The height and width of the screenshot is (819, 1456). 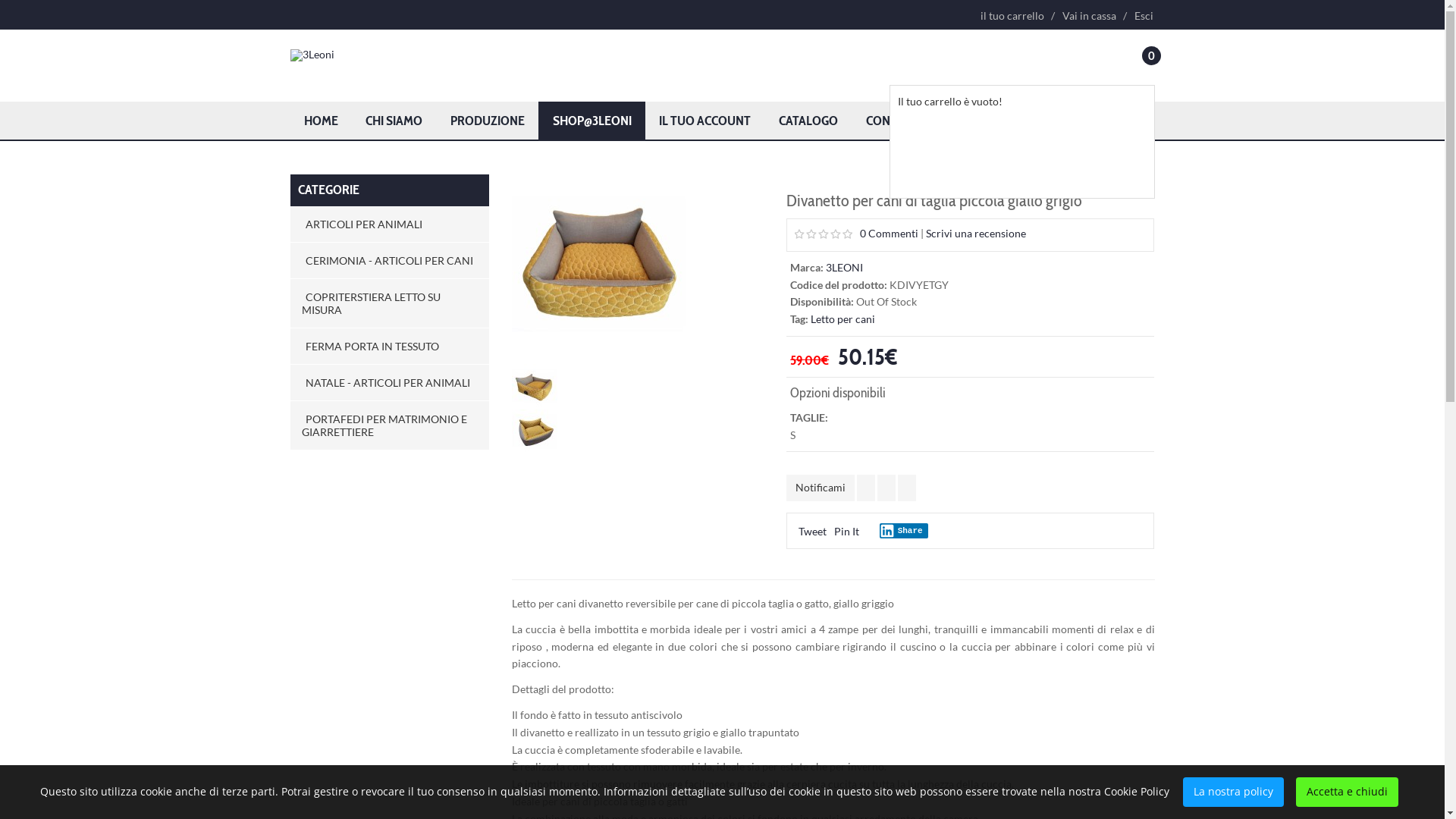 I want to click on 'IL TUO ACCOUNT', so click(x=704, y=119).